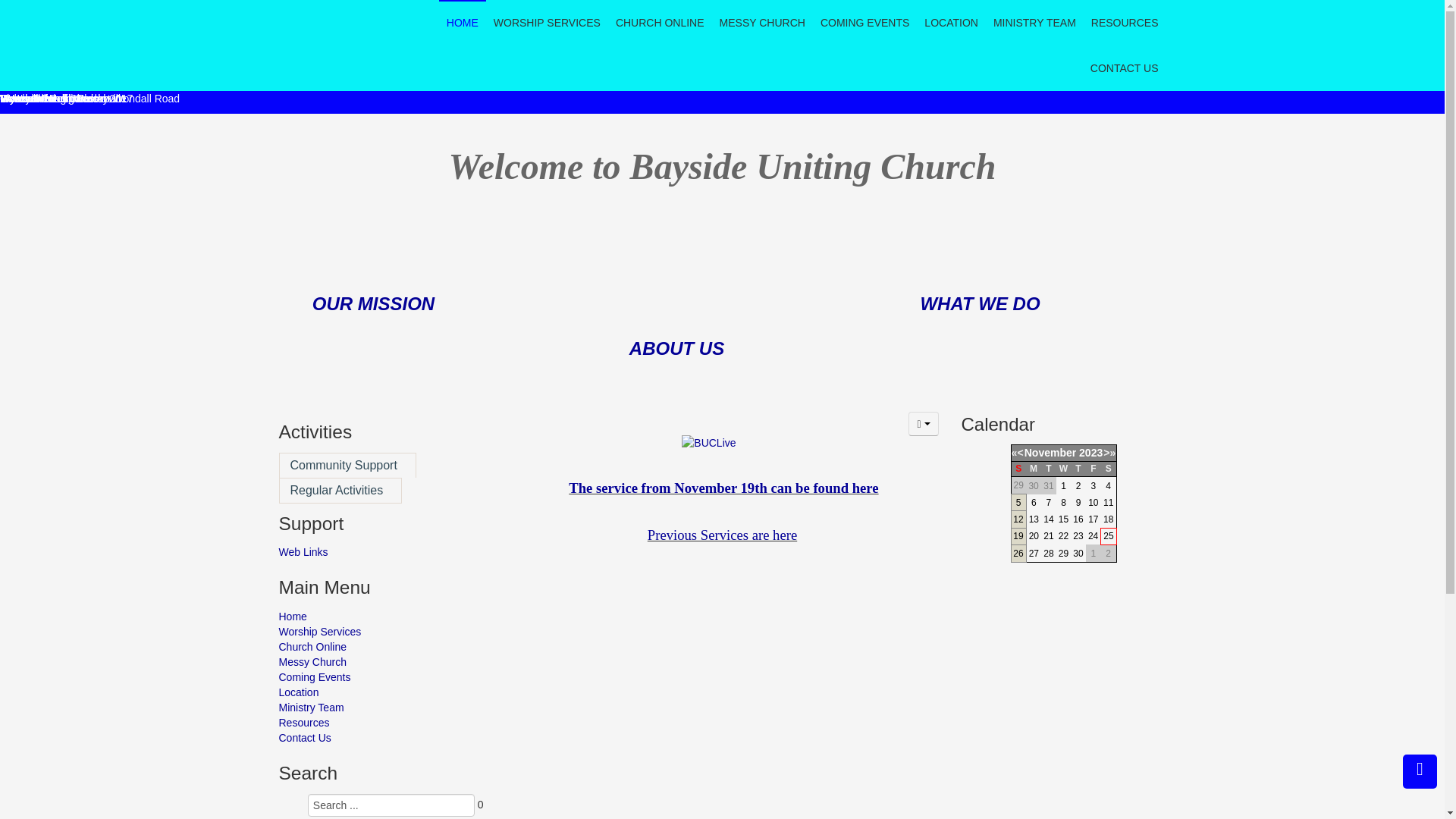 Image resolution: width=1456 pixels, height=819 pixels. I want to click on '10', so click(1093, 503).